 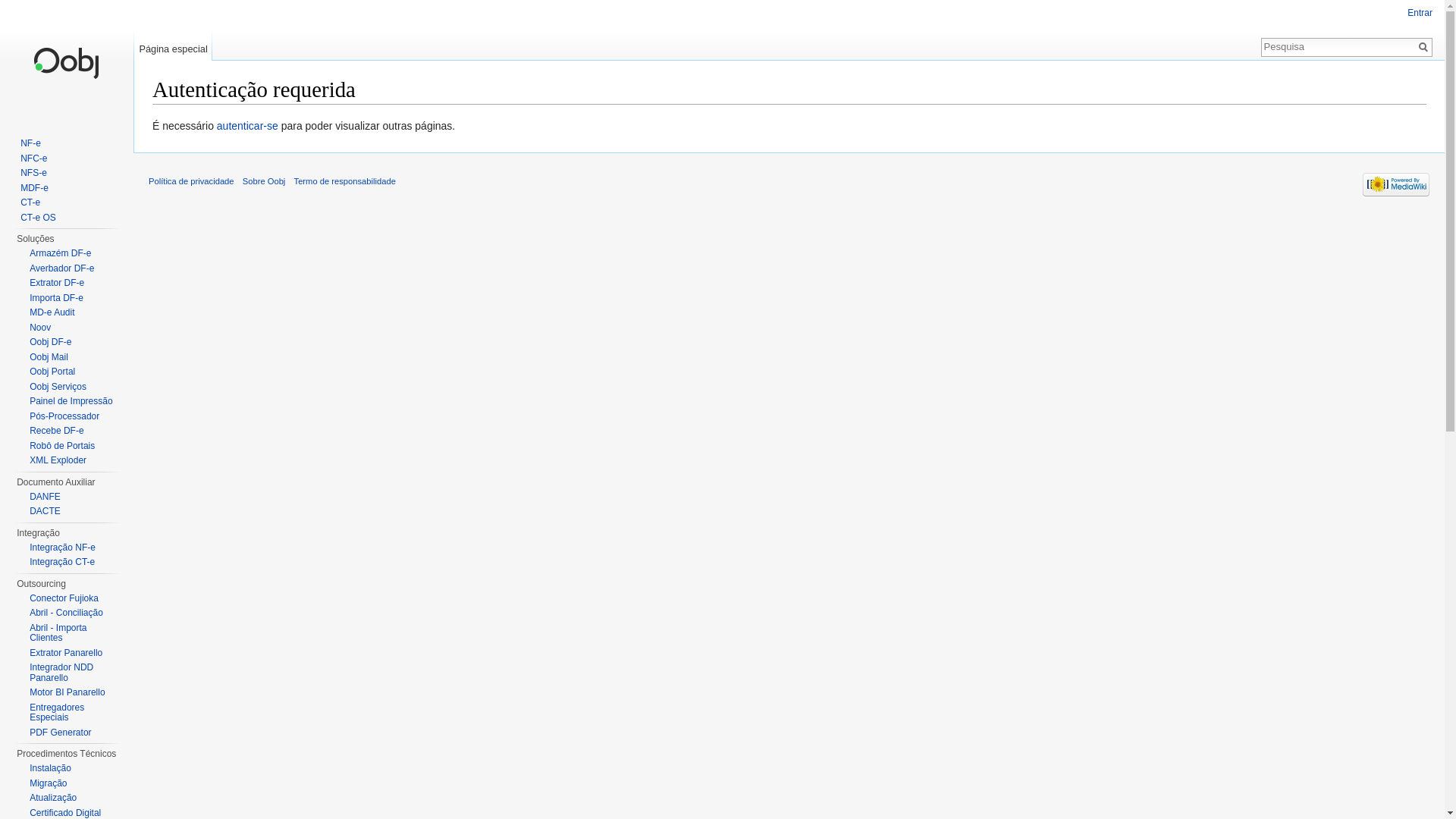 What do you see at coordinates (243, 180) in the screenshot?
I see `'Sobre Oobj'` at bounding box center [243, 180].